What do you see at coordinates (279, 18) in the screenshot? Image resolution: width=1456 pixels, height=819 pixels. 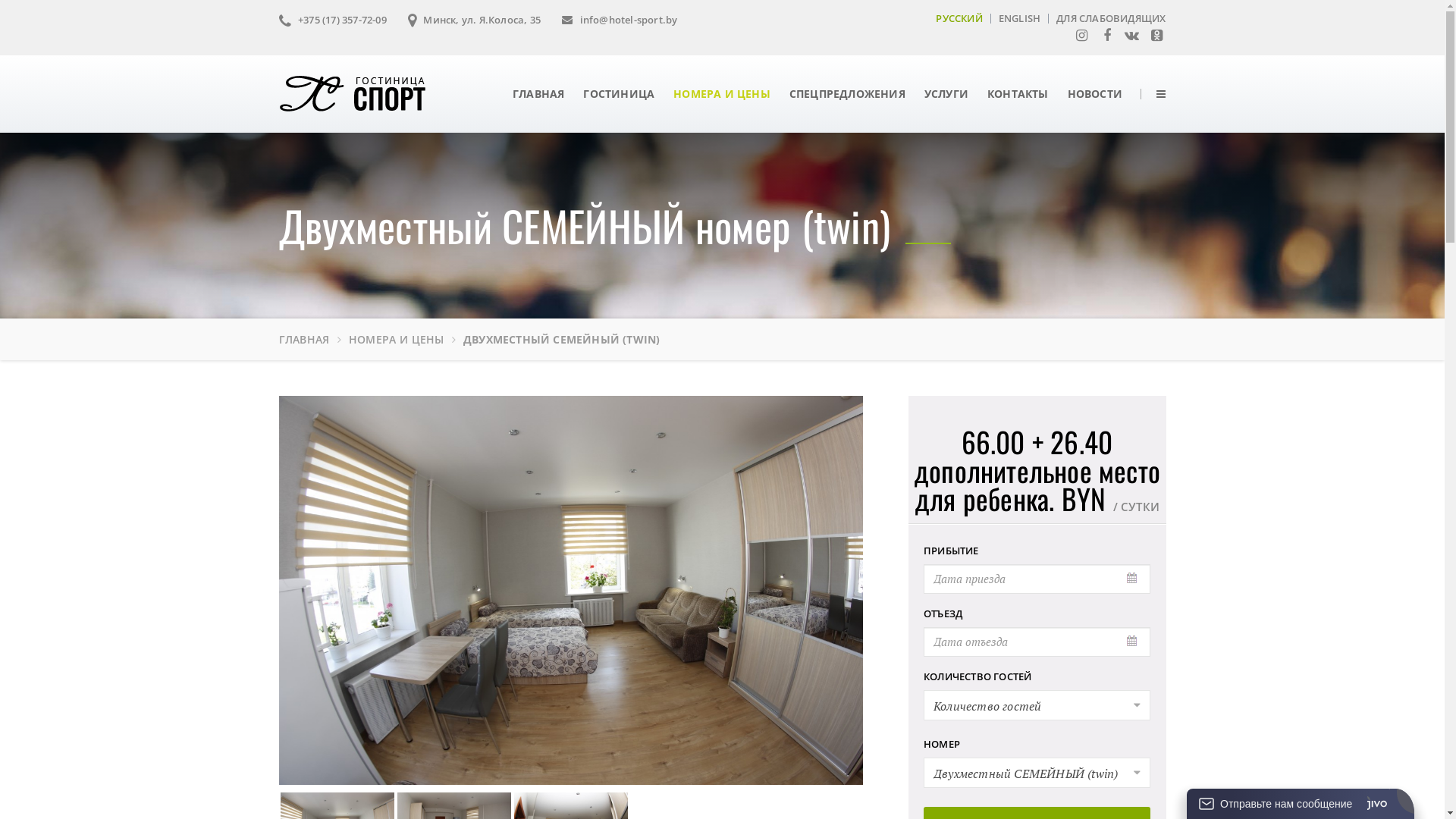 I see `'+375 (17) 357-72-09'` at bounding box center [279, 18].